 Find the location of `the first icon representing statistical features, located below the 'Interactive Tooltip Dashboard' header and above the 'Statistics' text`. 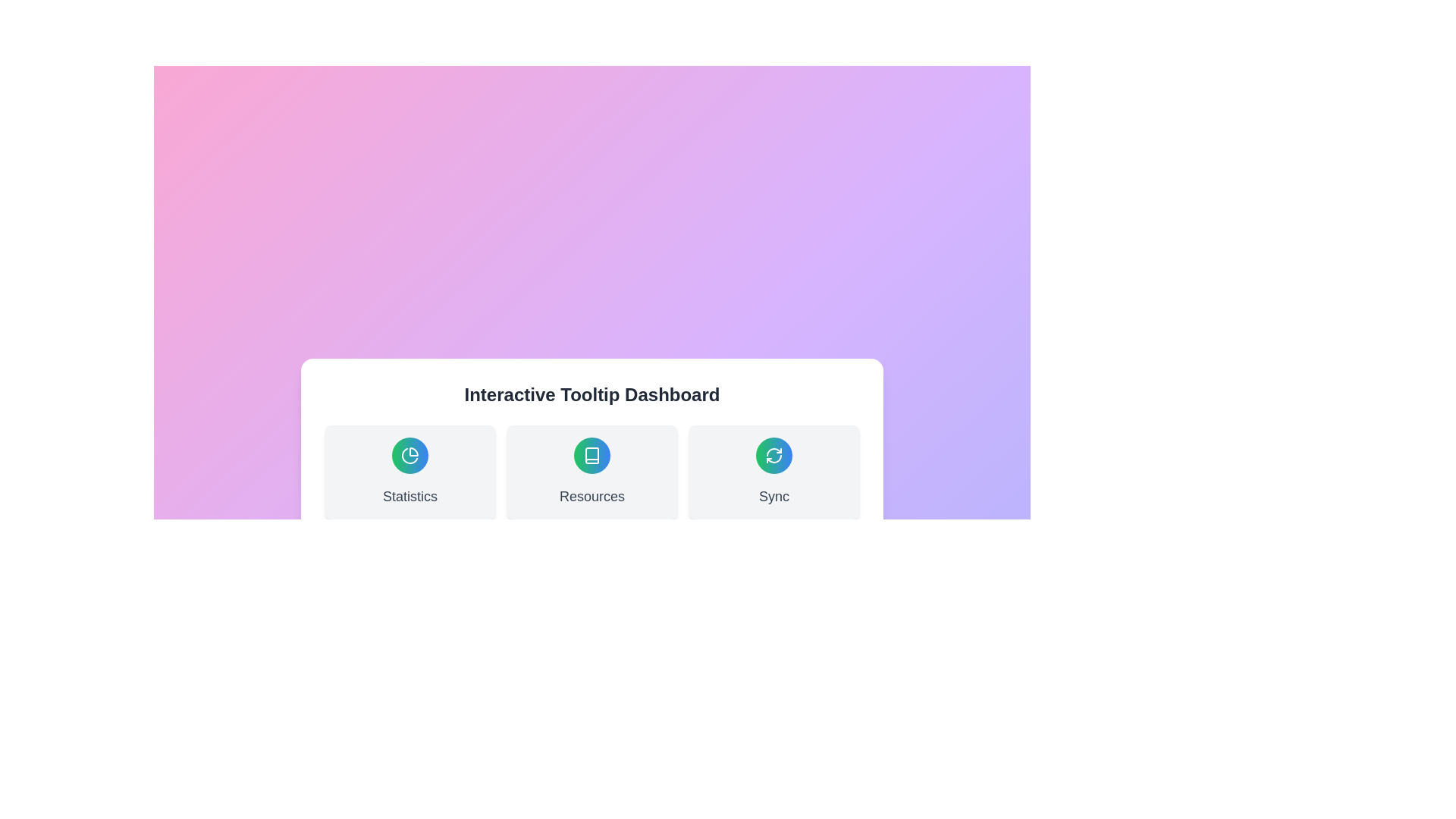

the first icon representing statistical features, located below the 'Interactive Tooltip Dashboard' header and above the 'Statistics' text is located at coordinates (409, 455).